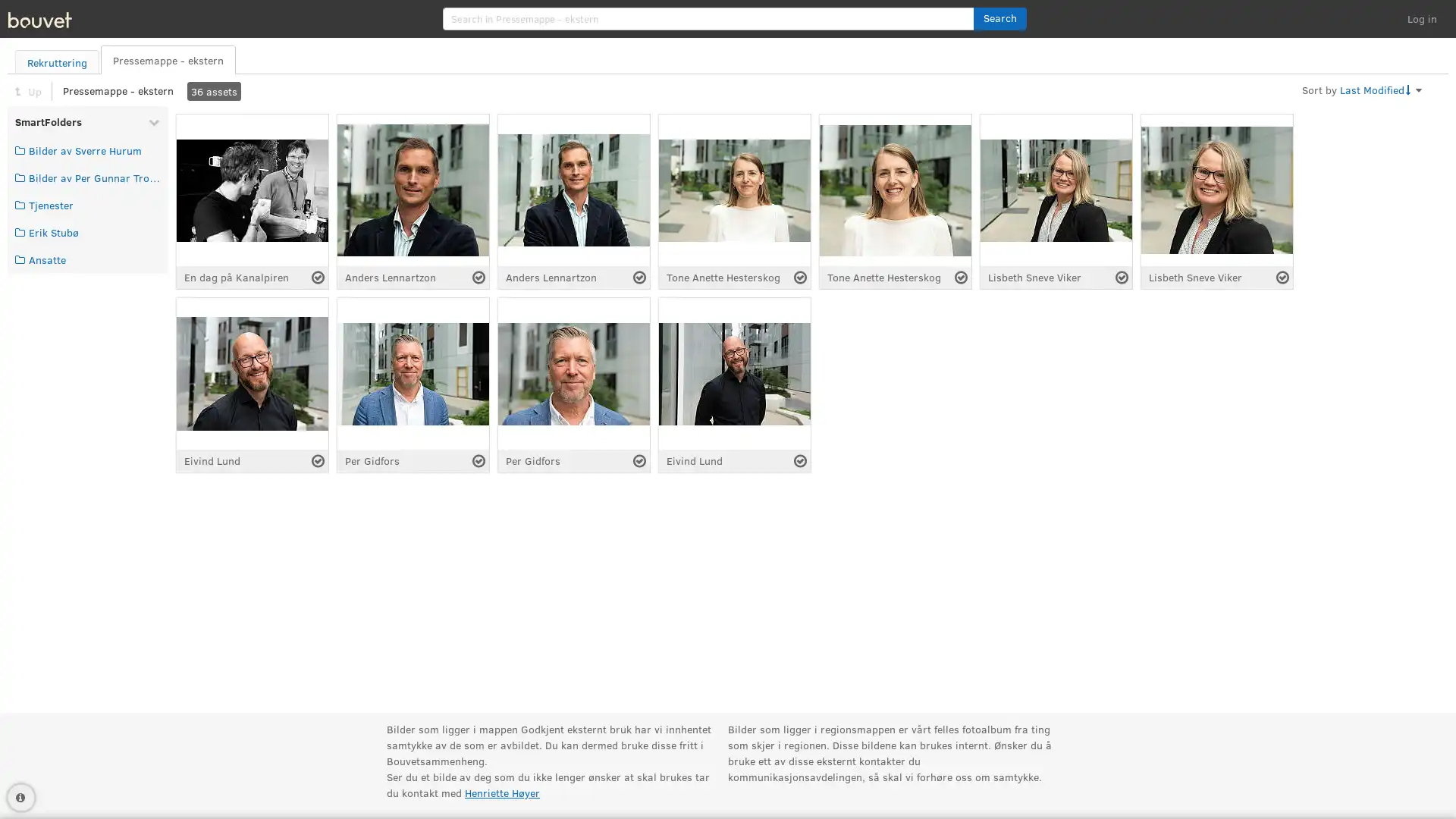 The image size is (1456, 819). I want to click on Search, so click(999, 18).